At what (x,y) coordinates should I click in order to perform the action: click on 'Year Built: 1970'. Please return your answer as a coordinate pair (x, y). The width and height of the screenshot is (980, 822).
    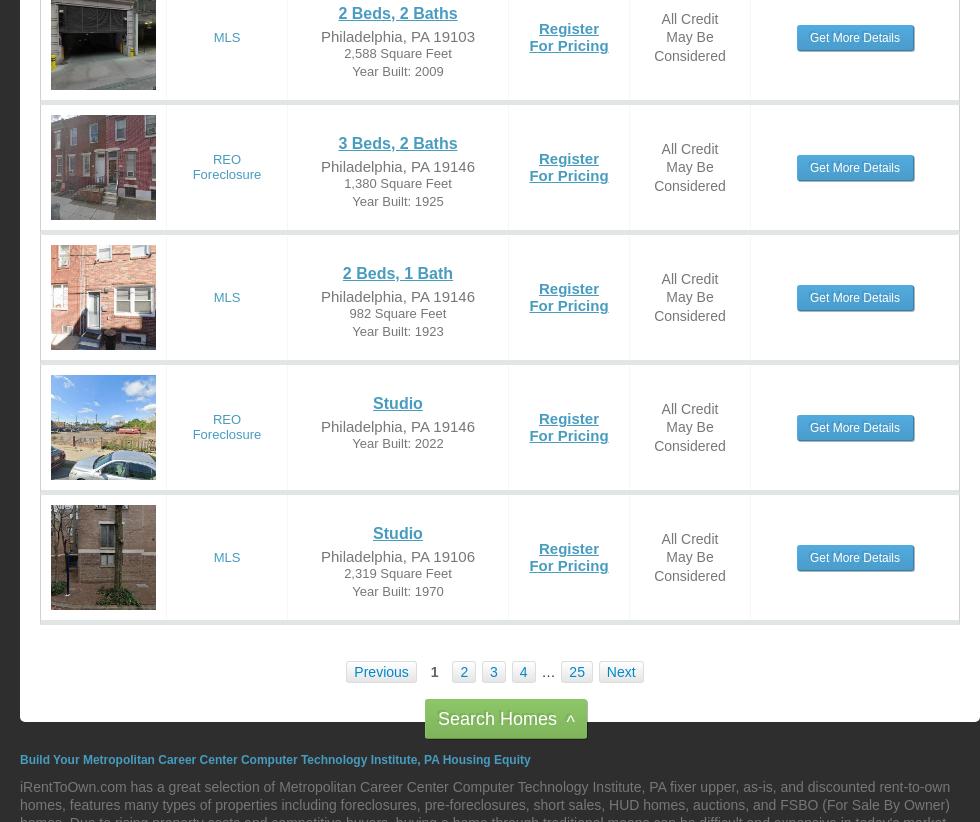
    Looking at the image, I should click on (397, 589).